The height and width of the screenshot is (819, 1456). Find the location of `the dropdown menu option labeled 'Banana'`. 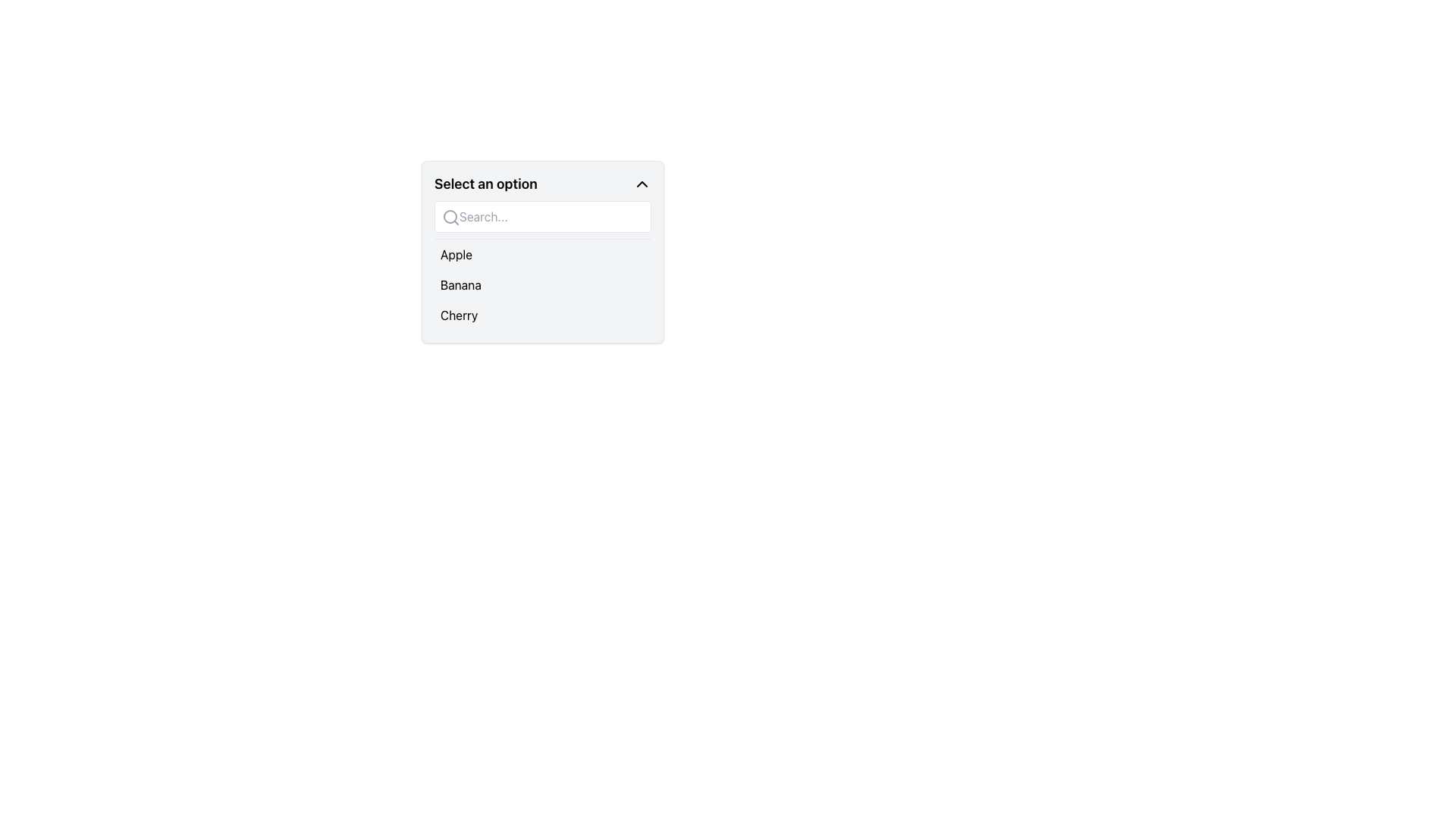

the dropdown menu option labeled 'Banana' is located at coordinates (542, 284).